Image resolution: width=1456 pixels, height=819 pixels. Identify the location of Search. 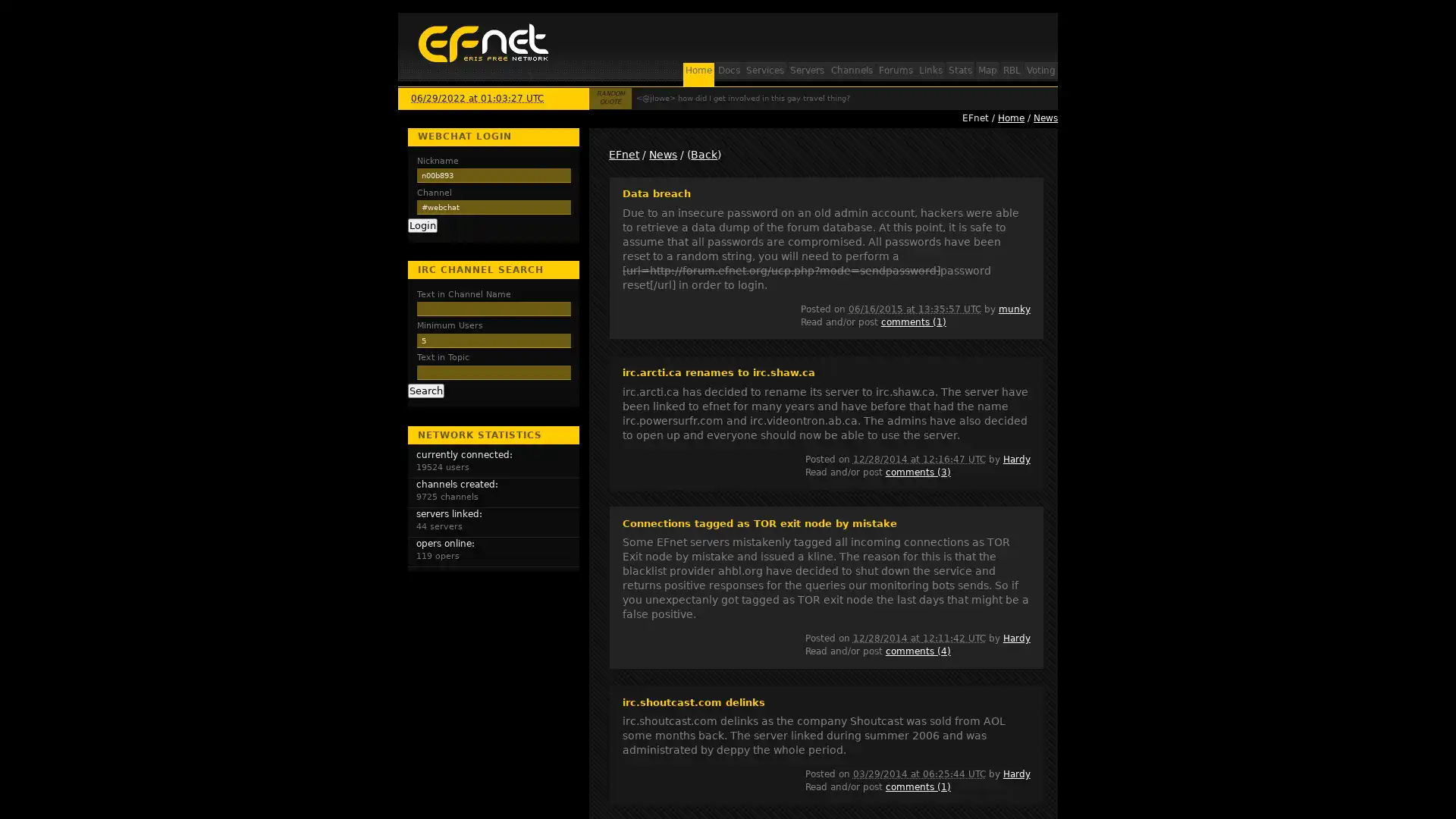
(425, 390).